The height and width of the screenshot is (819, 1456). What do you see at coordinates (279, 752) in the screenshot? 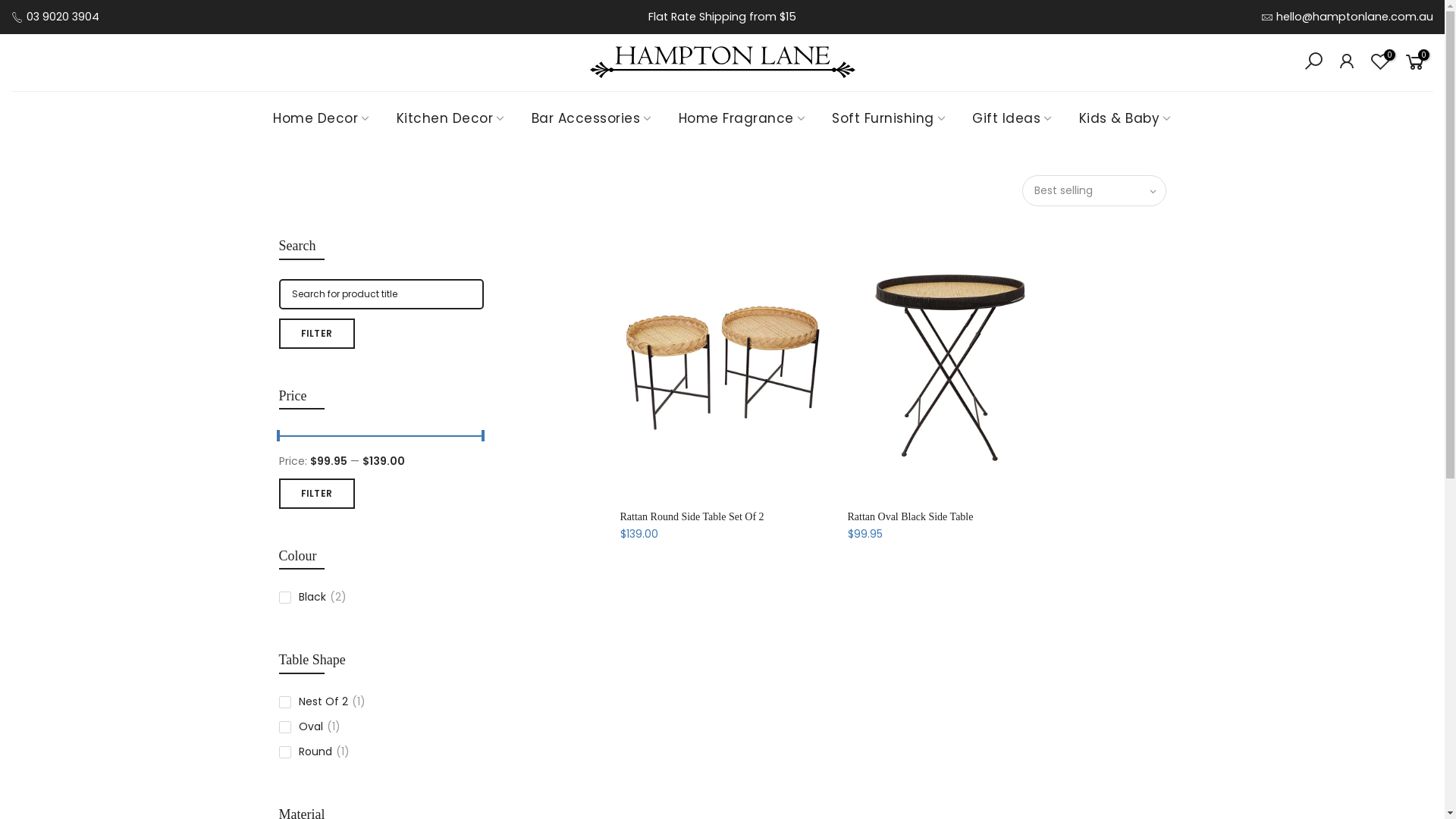
I see `'Round` at bounding box center [279, 752].